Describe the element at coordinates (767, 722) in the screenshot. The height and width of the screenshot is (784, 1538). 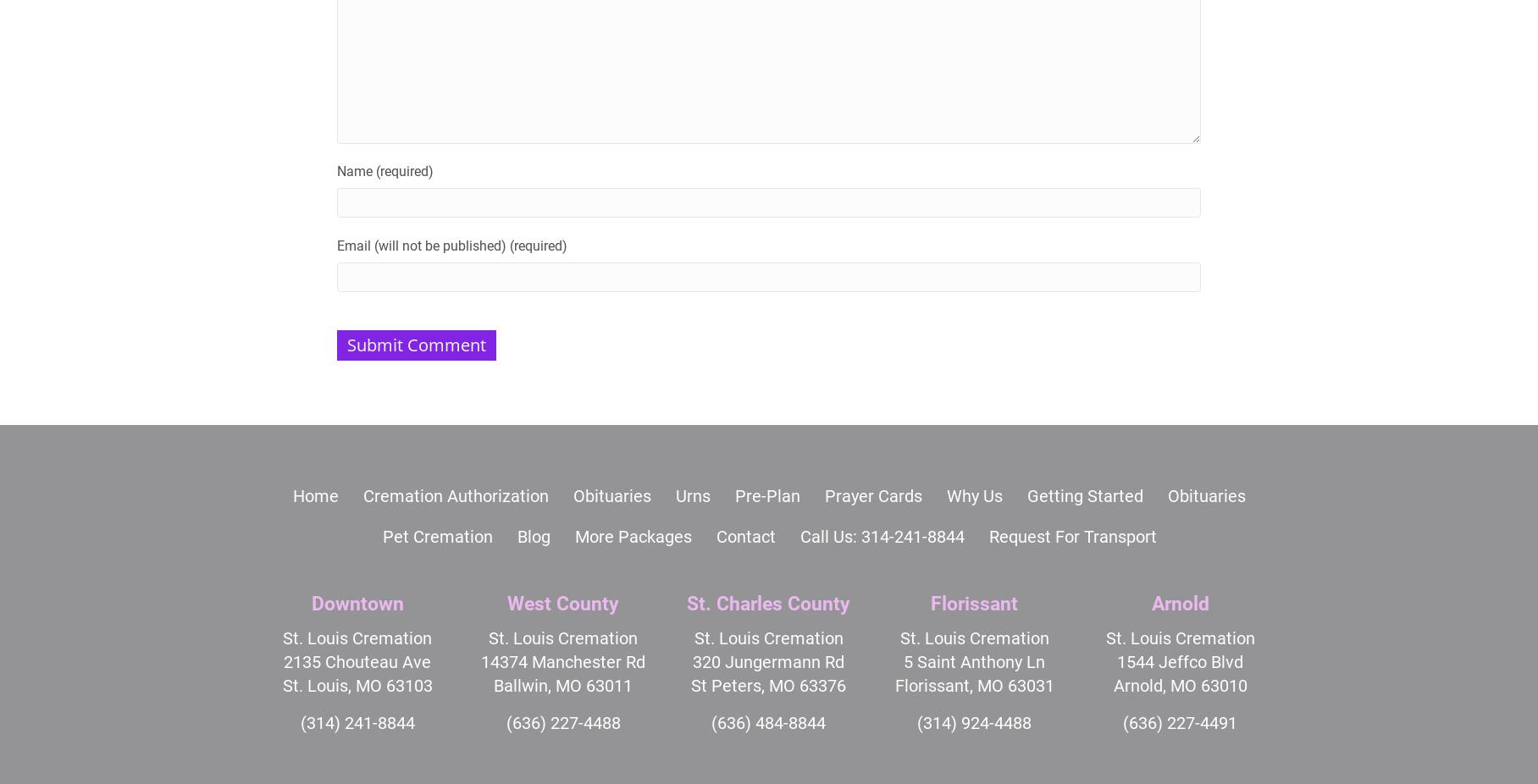
I see `'(636) 484-8844'` at that location.